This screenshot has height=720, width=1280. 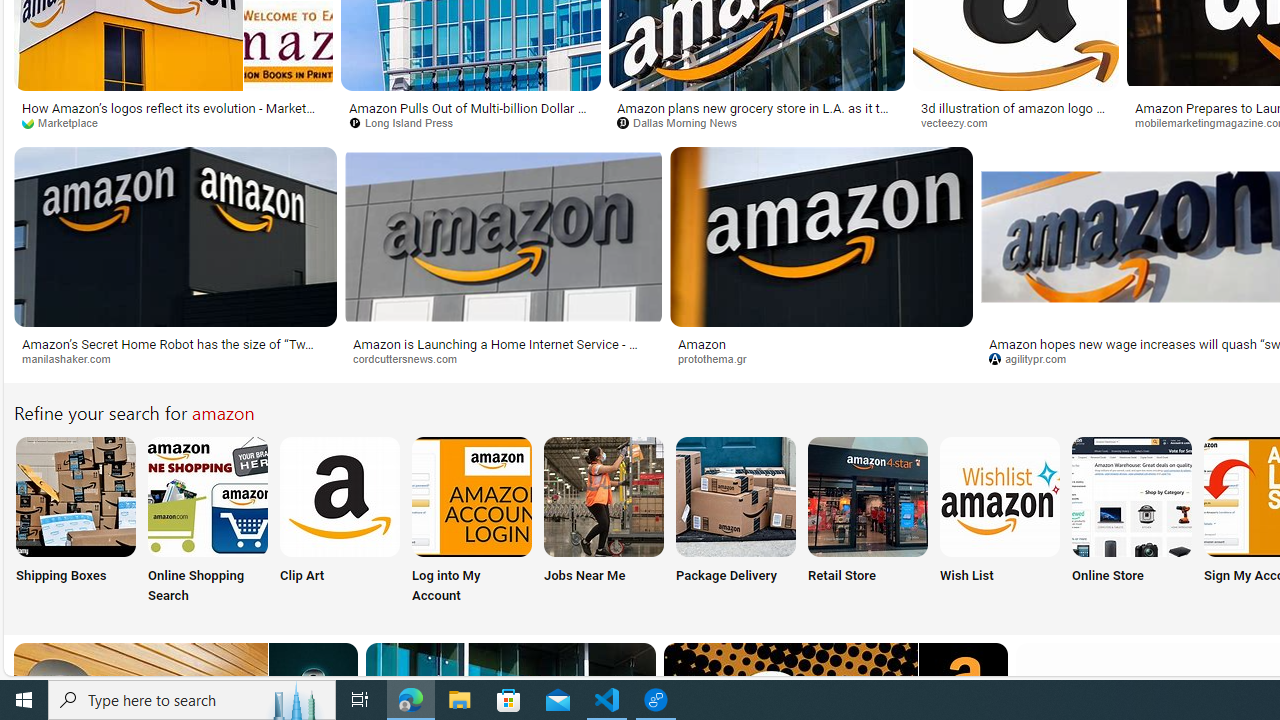 What do you see at coordinates (603, 521) in the screenshot?
I see `'Jobs Near Me'` at bounding box center [603, 521].